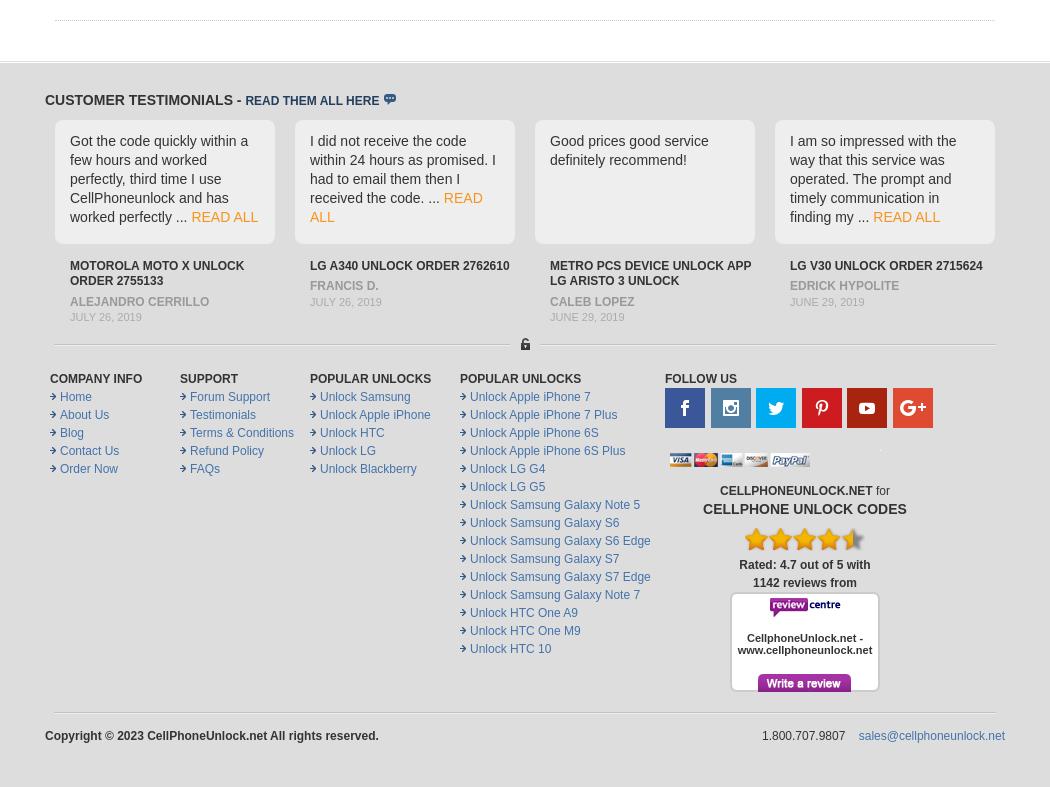  What do you see at coordinates (816, 582) in the screenshot?
I see `'reviews from'` at bounding box center [816, 582].